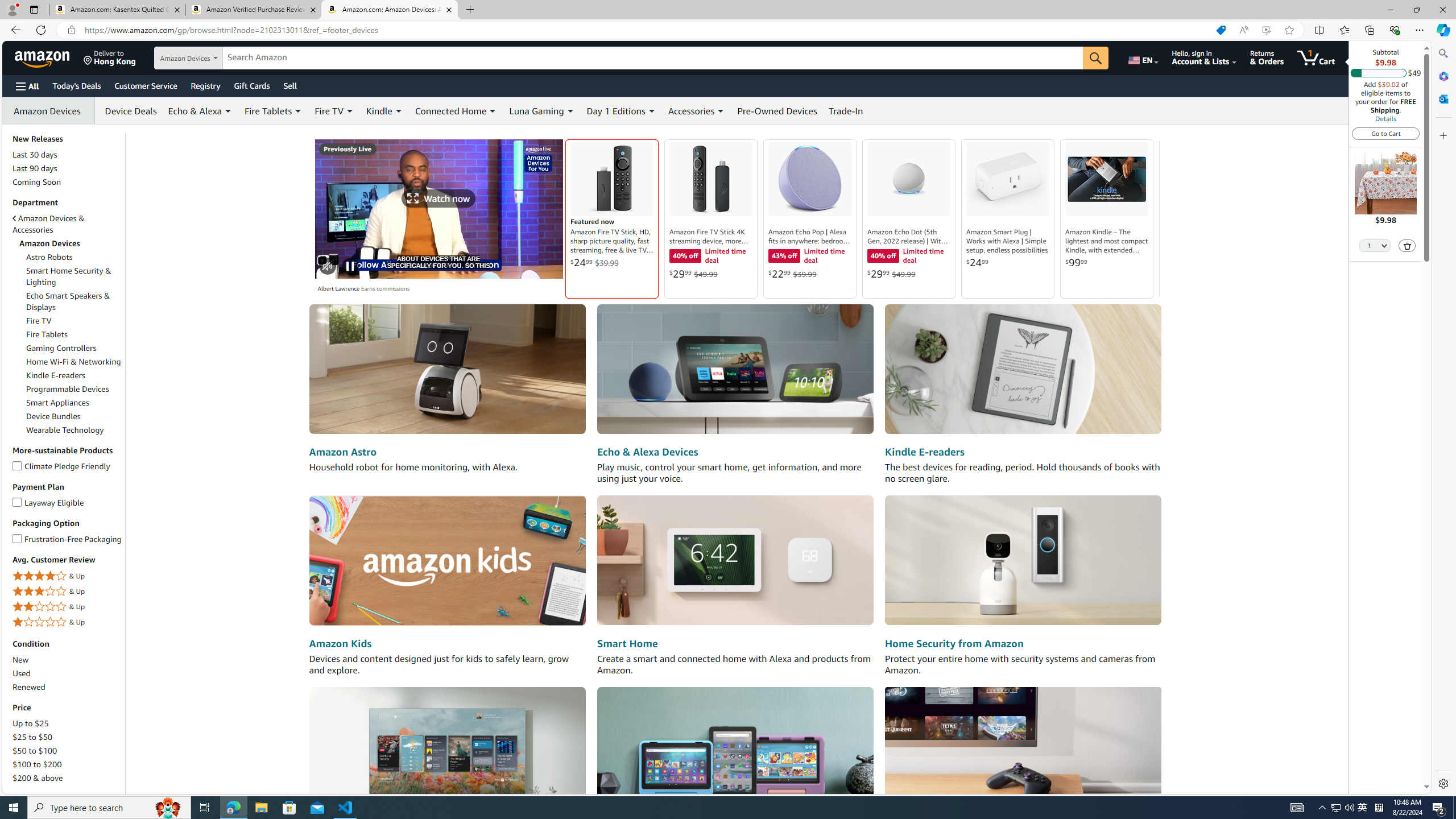 This screenshot has height=819, width=1456. Describe the element at coordinates (651, 111) in the screenshot. I see `'Expand Day 1 Editions'` at that location.